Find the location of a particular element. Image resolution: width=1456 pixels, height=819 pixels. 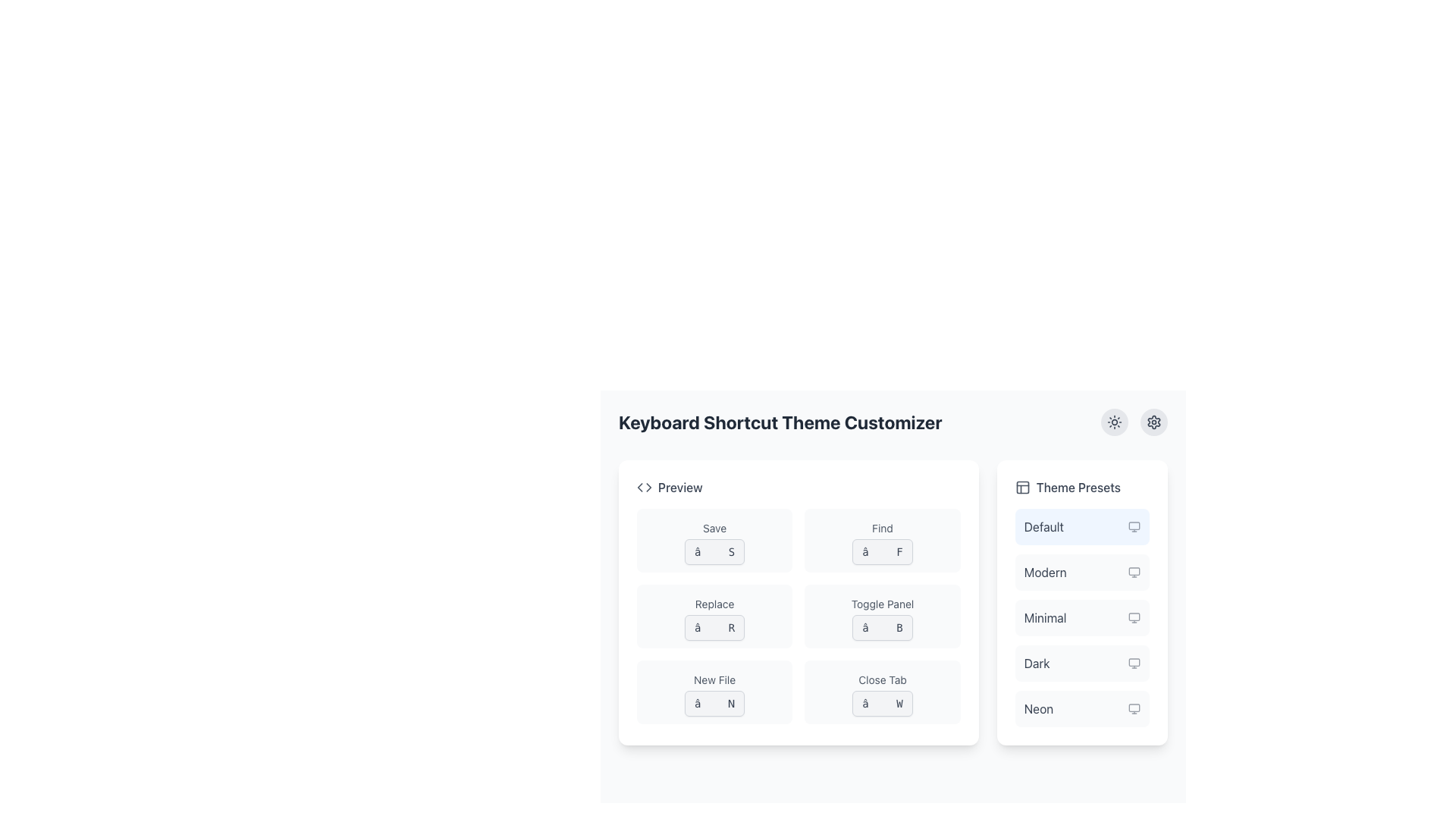

the 'Modern' theme preset button, which is the second option in the vertical list under the 'Theme Presets' section on the right-hand side of the interface is located at coordinates (1081, 573).